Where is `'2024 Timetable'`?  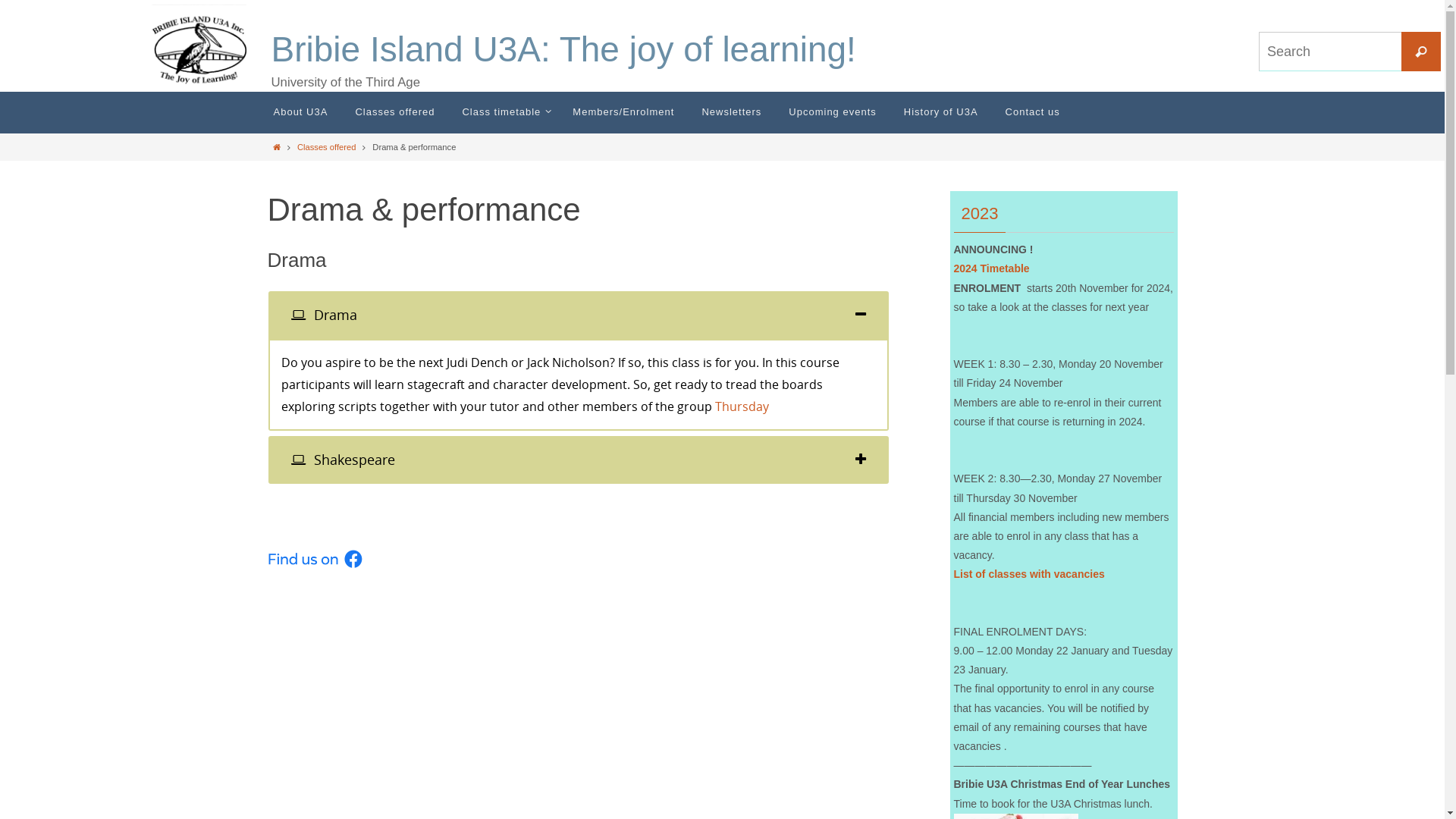
'2024 Timetable' is located at coordinates (991, 268).